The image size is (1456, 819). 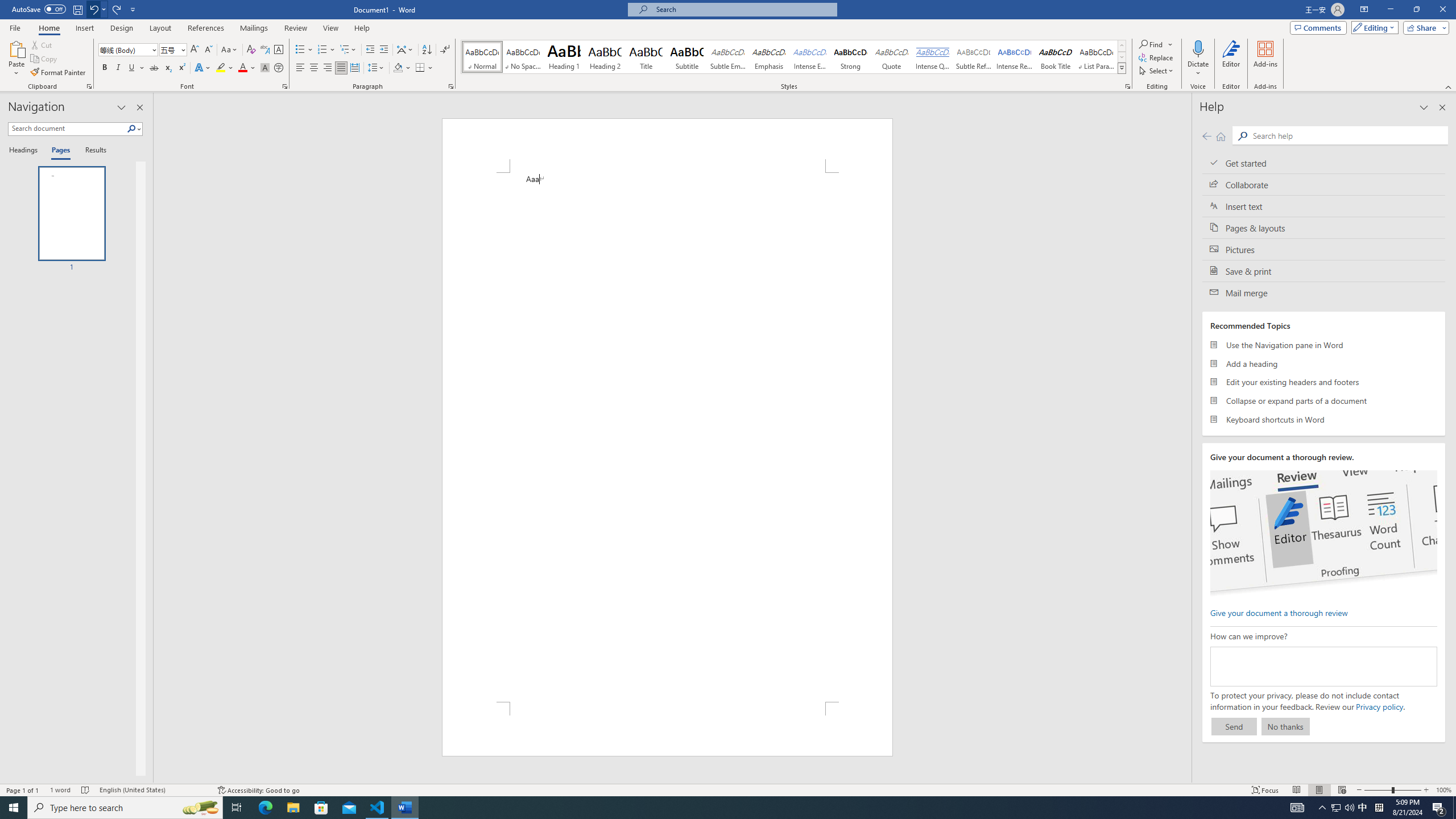 I want to click on 'Mode', so click(x=1372, y=27).